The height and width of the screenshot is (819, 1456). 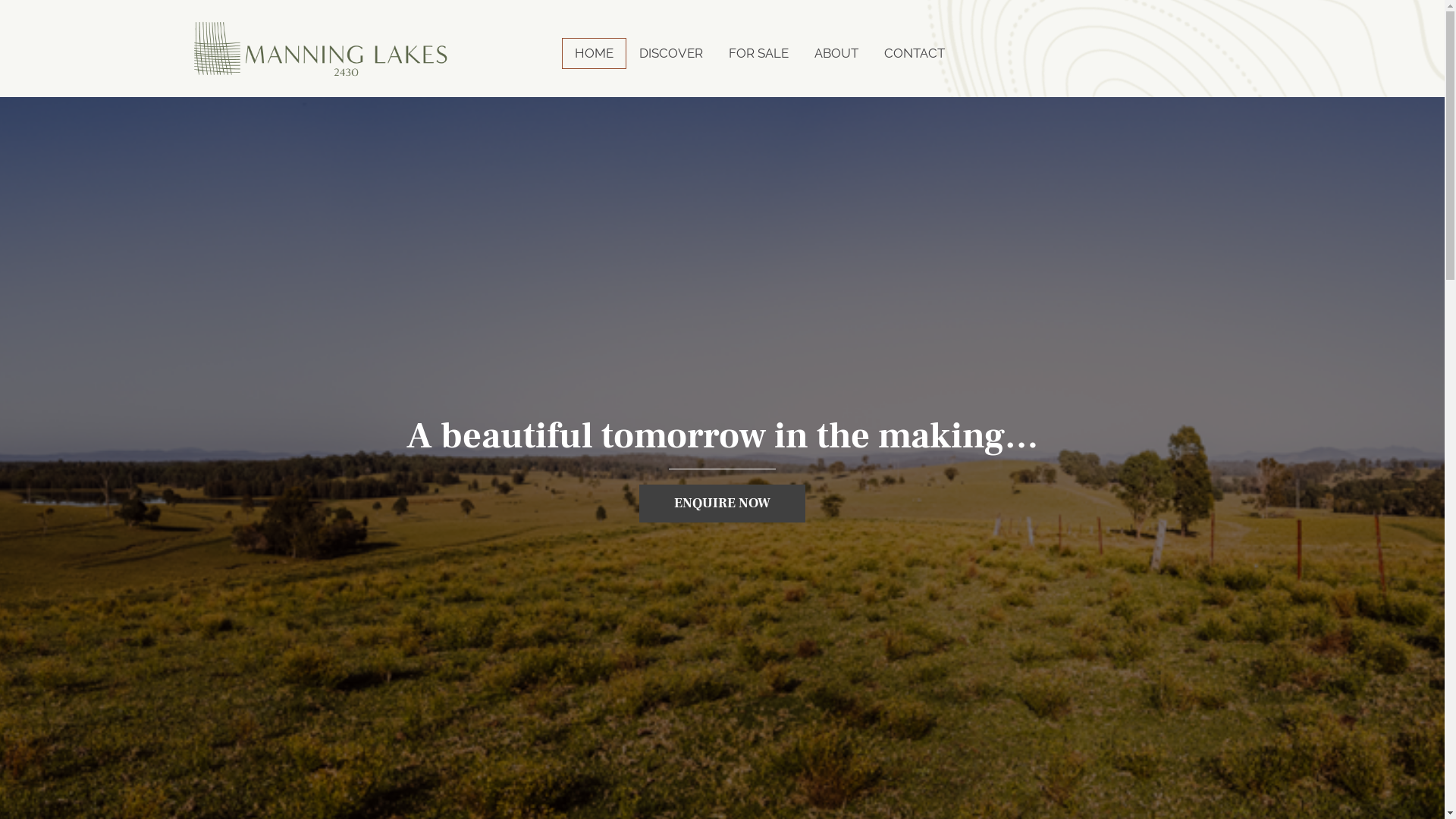 I want to click on 'CONTACT', so click(x=871, y=52).